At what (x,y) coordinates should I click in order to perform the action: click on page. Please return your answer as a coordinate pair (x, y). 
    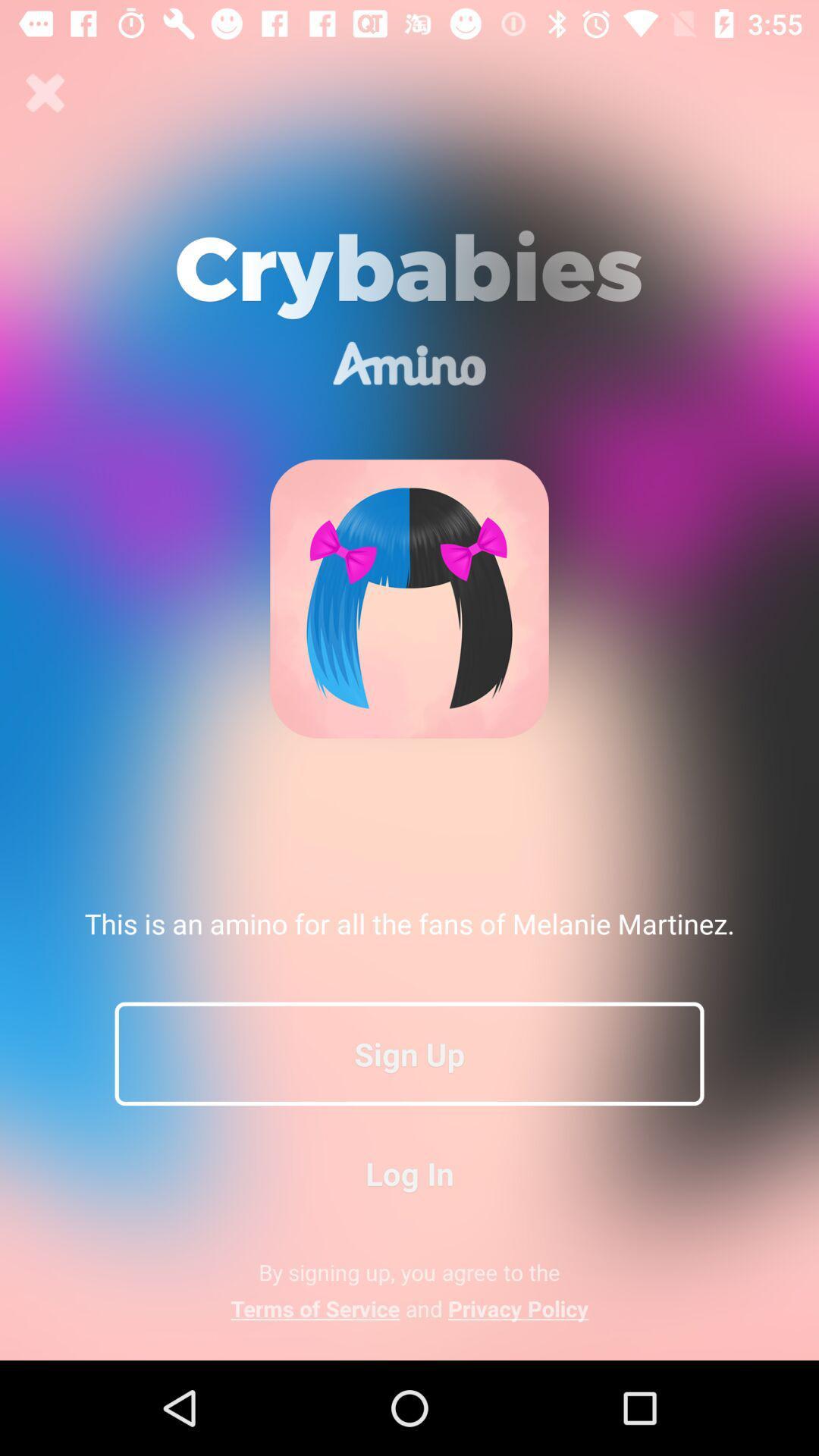
    Looking at the image, I should click on (45, 93).